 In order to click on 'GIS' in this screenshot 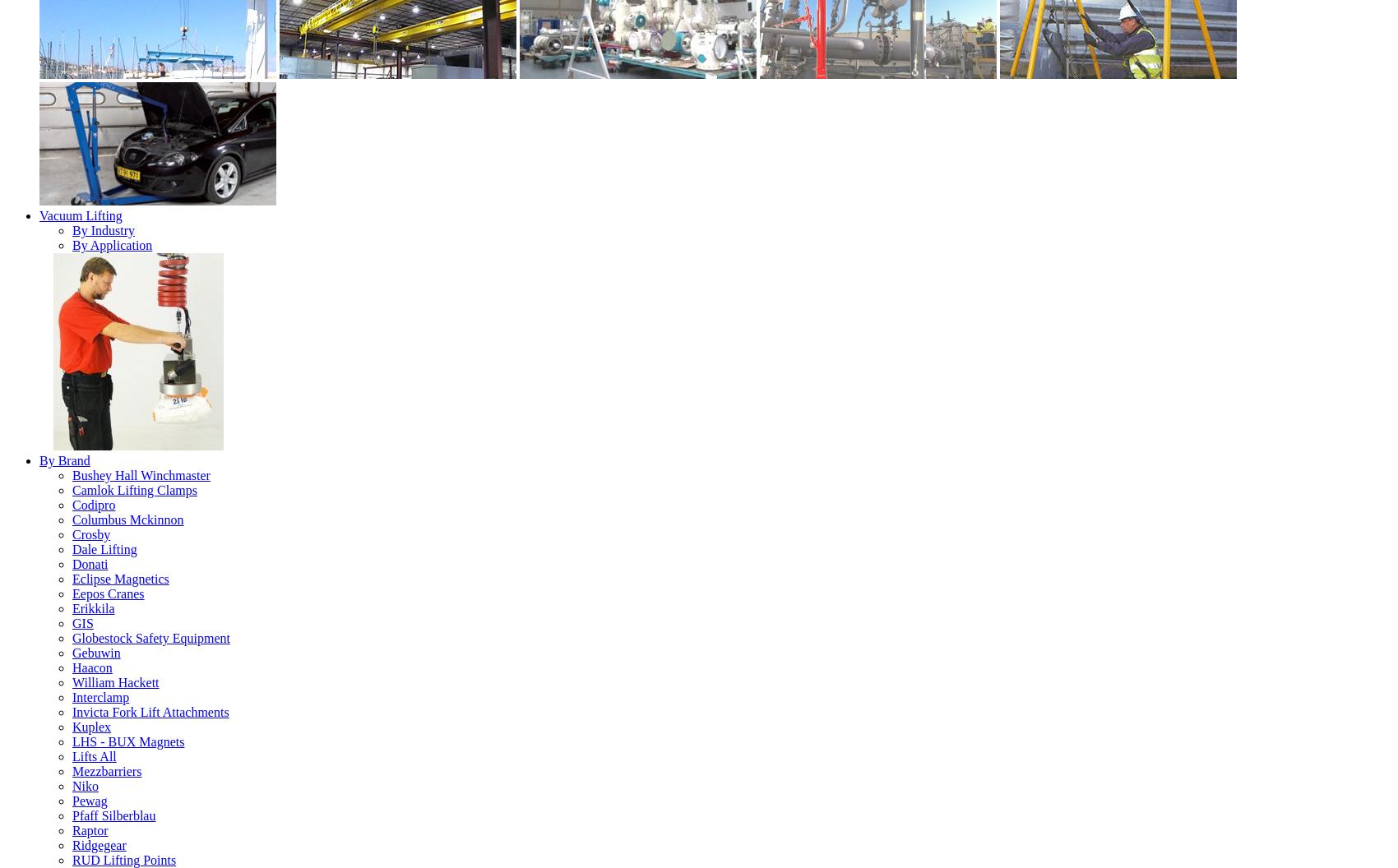, I will do `click(82, 621)`.